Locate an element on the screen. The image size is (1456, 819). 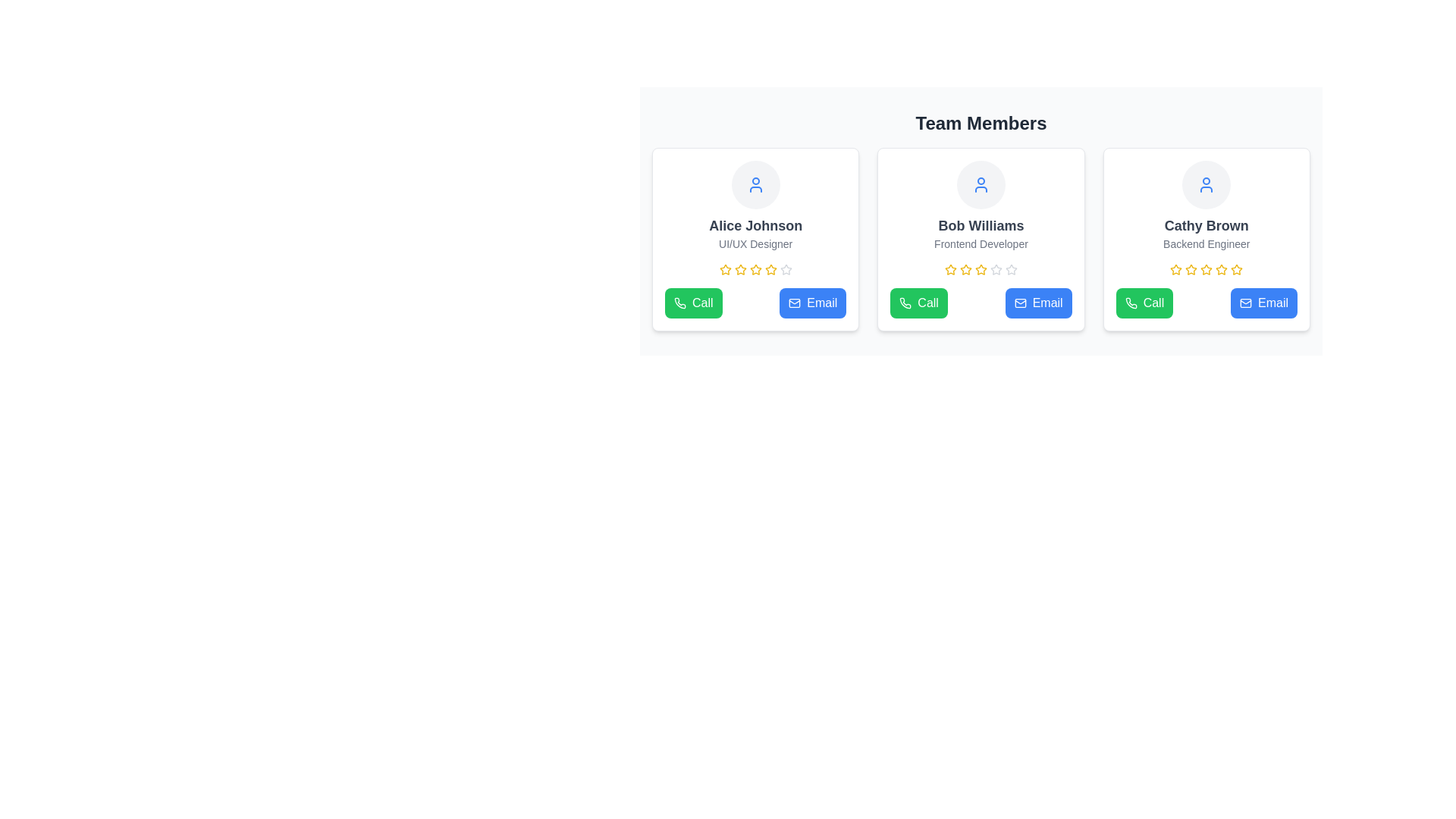
the green 'Call' button containing the small green phone icon for 'Bob Williams' on the team overview page is located at coordinates (905, 303).